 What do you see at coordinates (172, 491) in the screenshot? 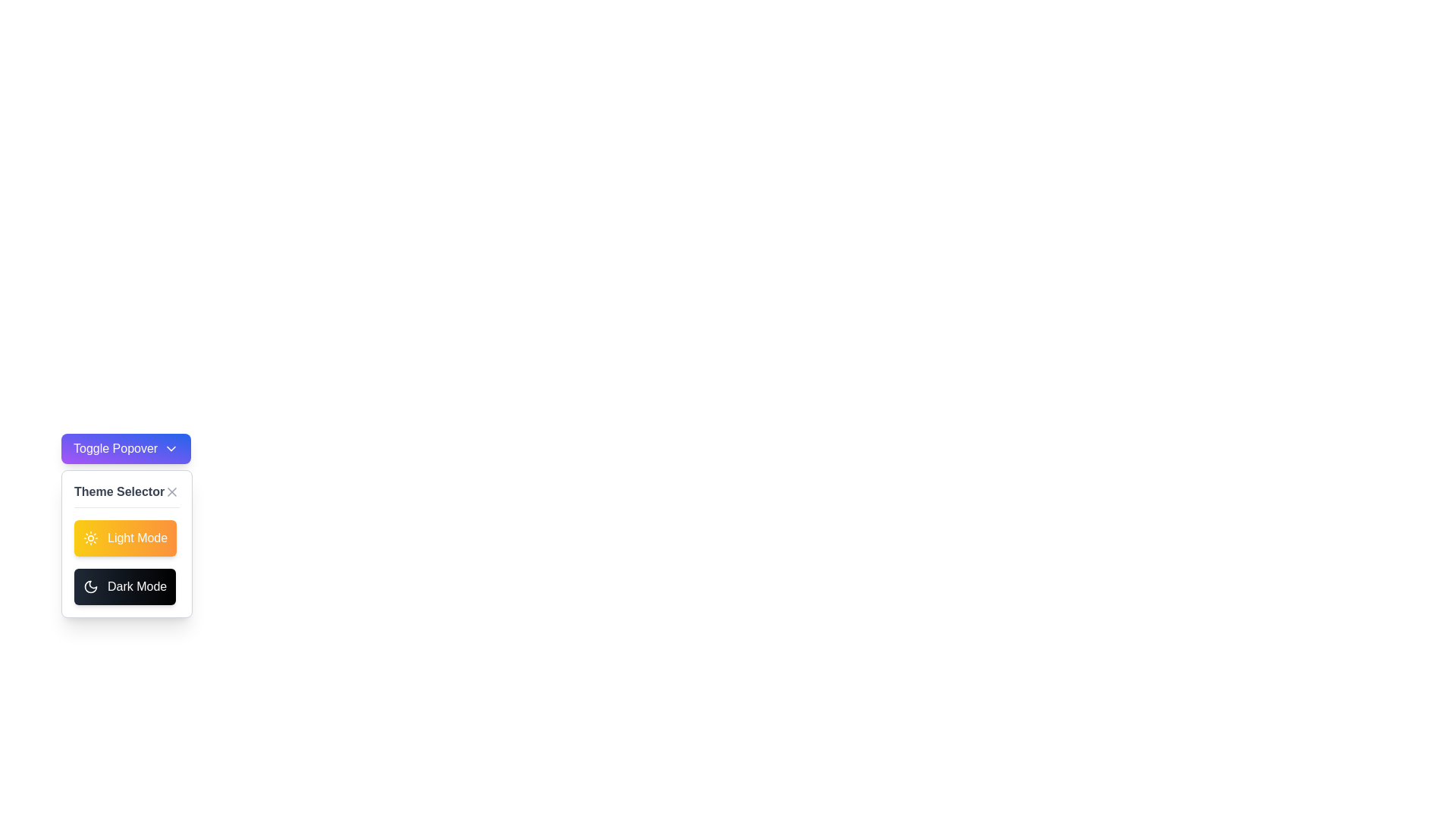
I see `the close button located at the top-right corner of the 'Theme Selector' section, adjacent` at bounding box center [172, 491].